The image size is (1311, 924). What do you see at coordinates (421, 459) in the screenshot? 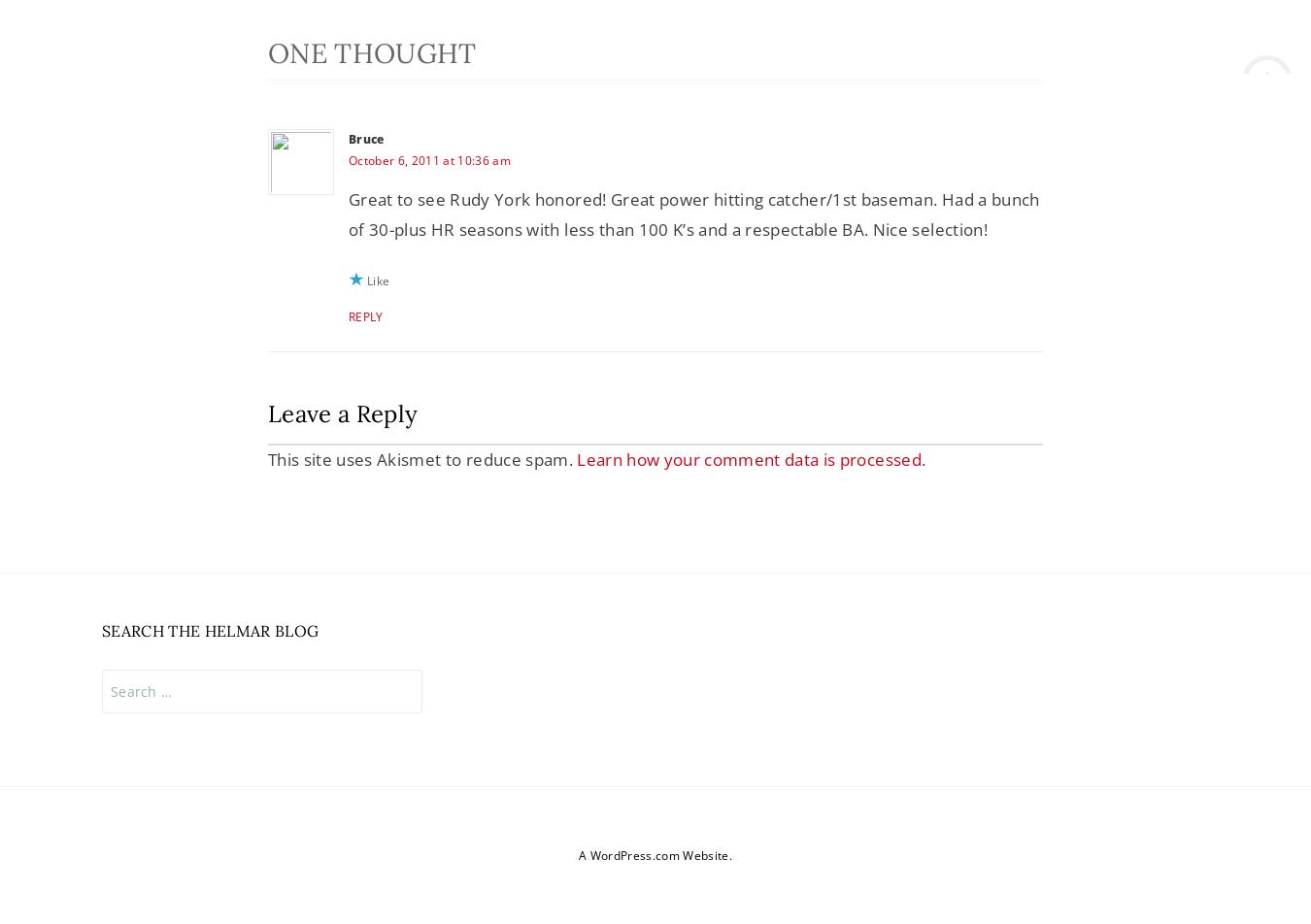
I see `'This site uses Akismet to reduce spam.'` at bounding box center [421, 459].